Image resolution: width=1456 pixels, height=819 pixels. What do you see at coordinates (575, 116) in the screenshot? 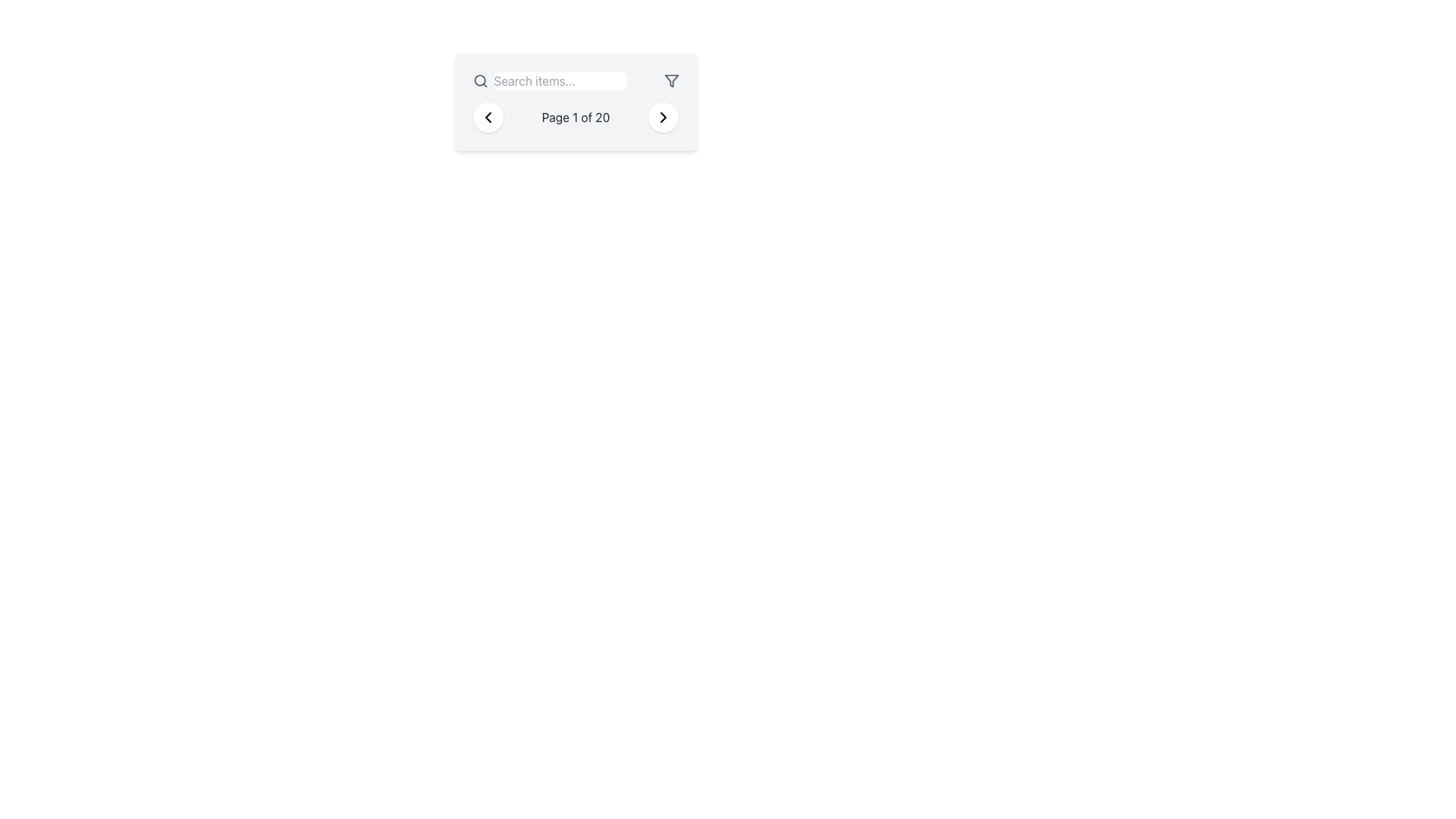
I see `the Text label that displays the current position within the paginated items, located at the center of the pagination control` at bounding box center [575, 116].